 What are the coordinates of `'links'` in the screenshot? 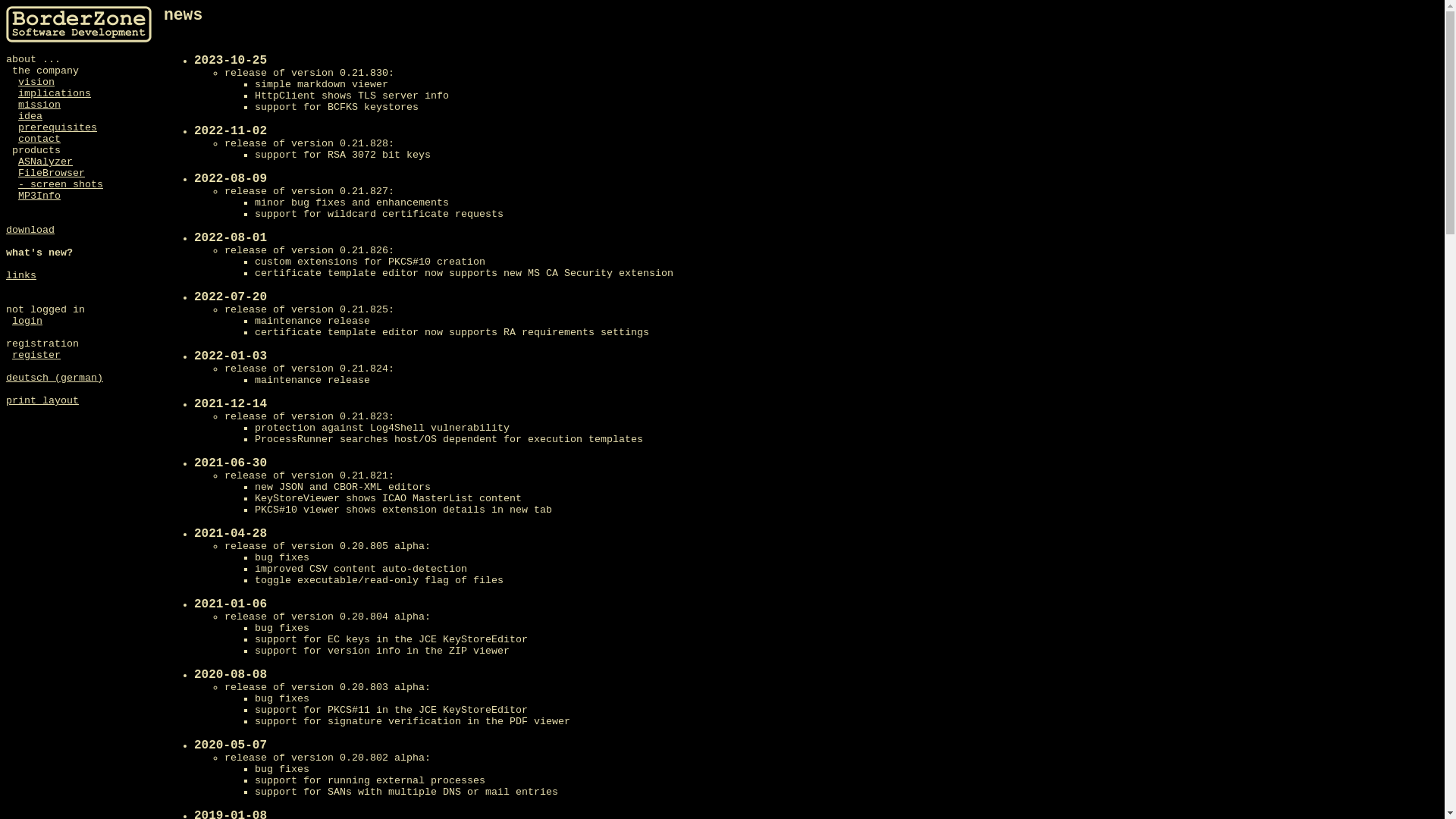 It's located at (6, 275).